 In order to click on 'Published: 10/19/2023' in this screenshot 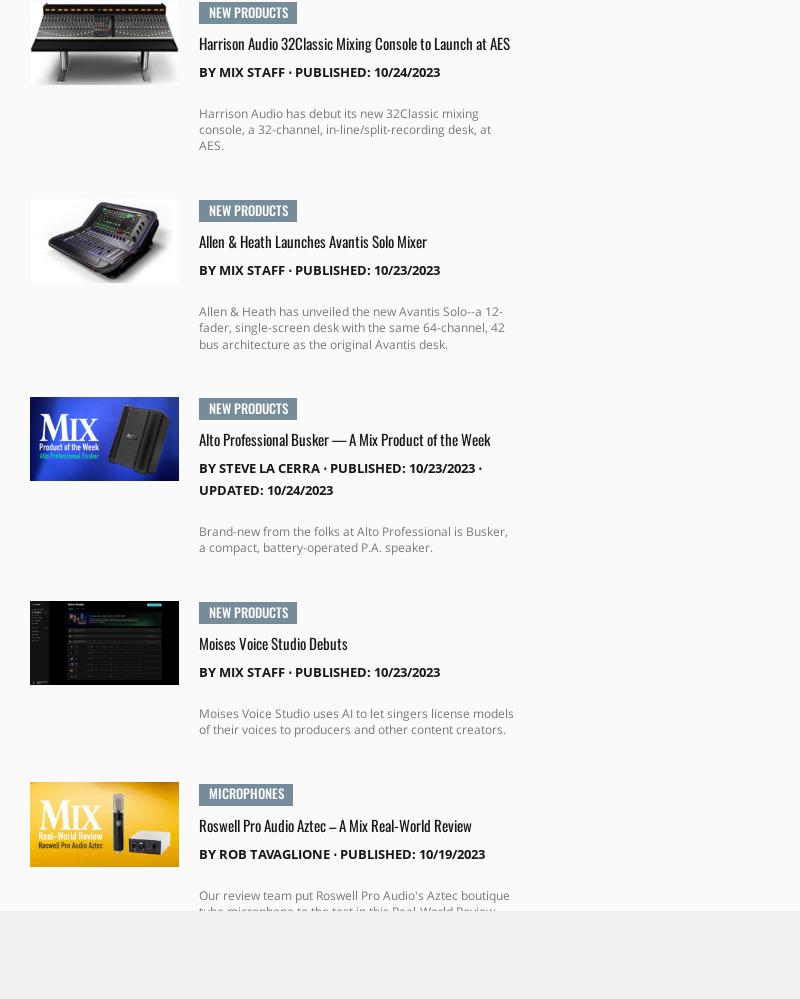, I will do `click(411, 852)`.